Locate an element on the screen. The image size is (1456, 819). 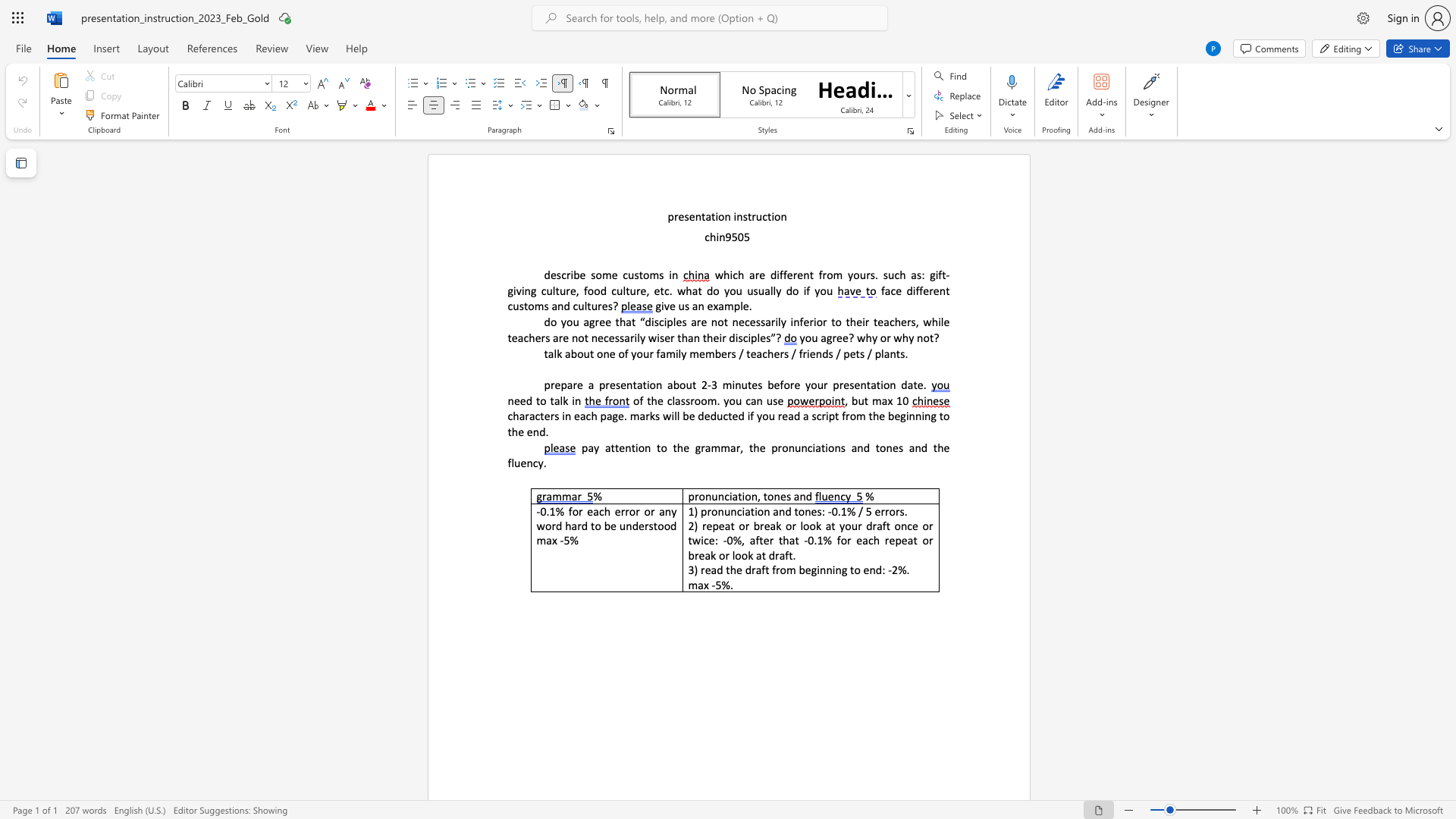
the subset text "/ plant" within the text "talk about one of your family members / teachers / friends / pets / plants." is located at coordinates (867, 353).